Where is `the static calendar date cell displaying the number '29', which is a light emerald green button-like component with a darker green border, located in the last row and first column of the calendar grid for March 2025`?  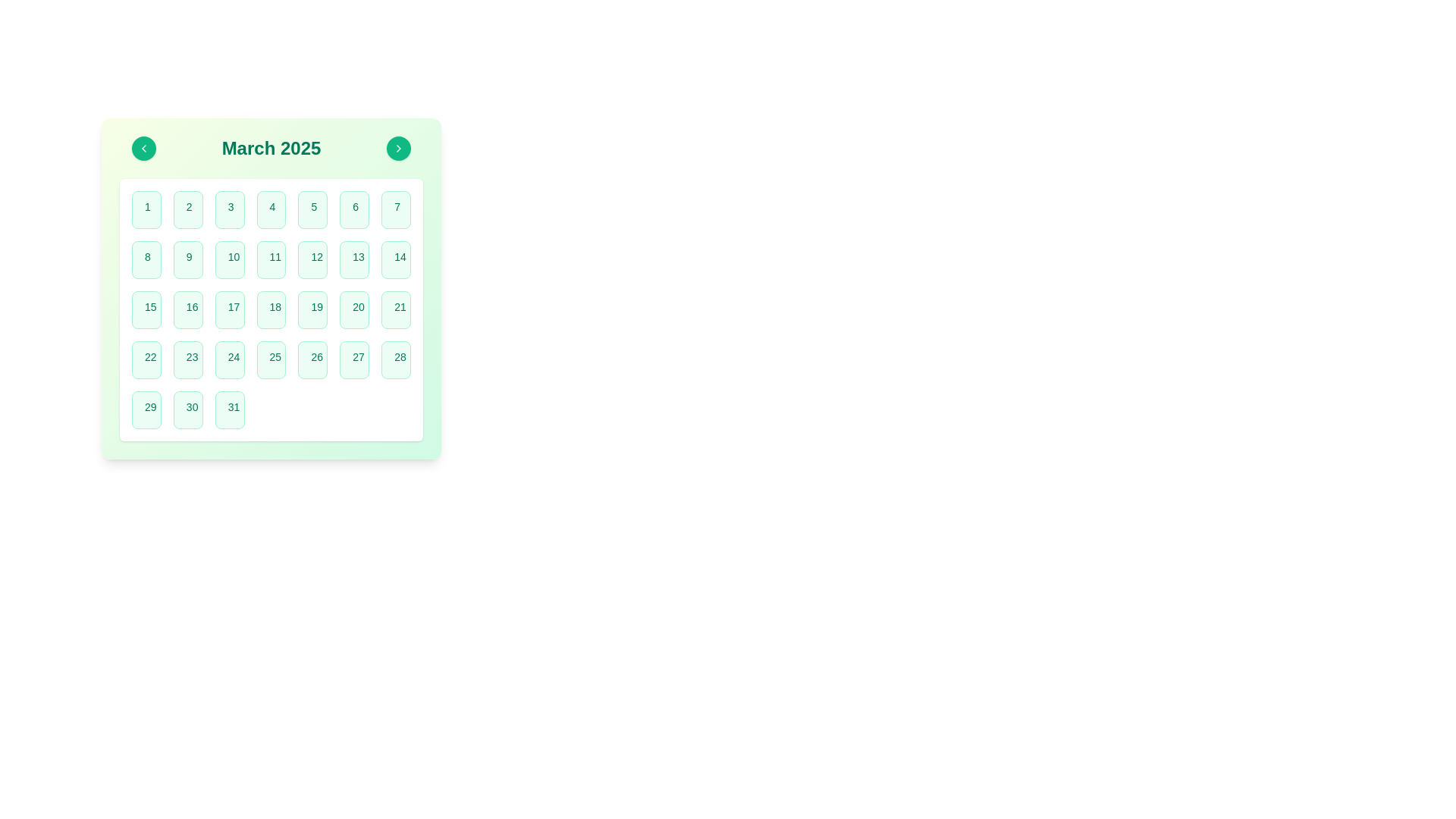
the static calendar date cell displaying the number '29', which is a light emerald green button-like component with a darker green border, located in the last row and first column of the calendar grid for March 2025 is located at coordinates (146, 409).